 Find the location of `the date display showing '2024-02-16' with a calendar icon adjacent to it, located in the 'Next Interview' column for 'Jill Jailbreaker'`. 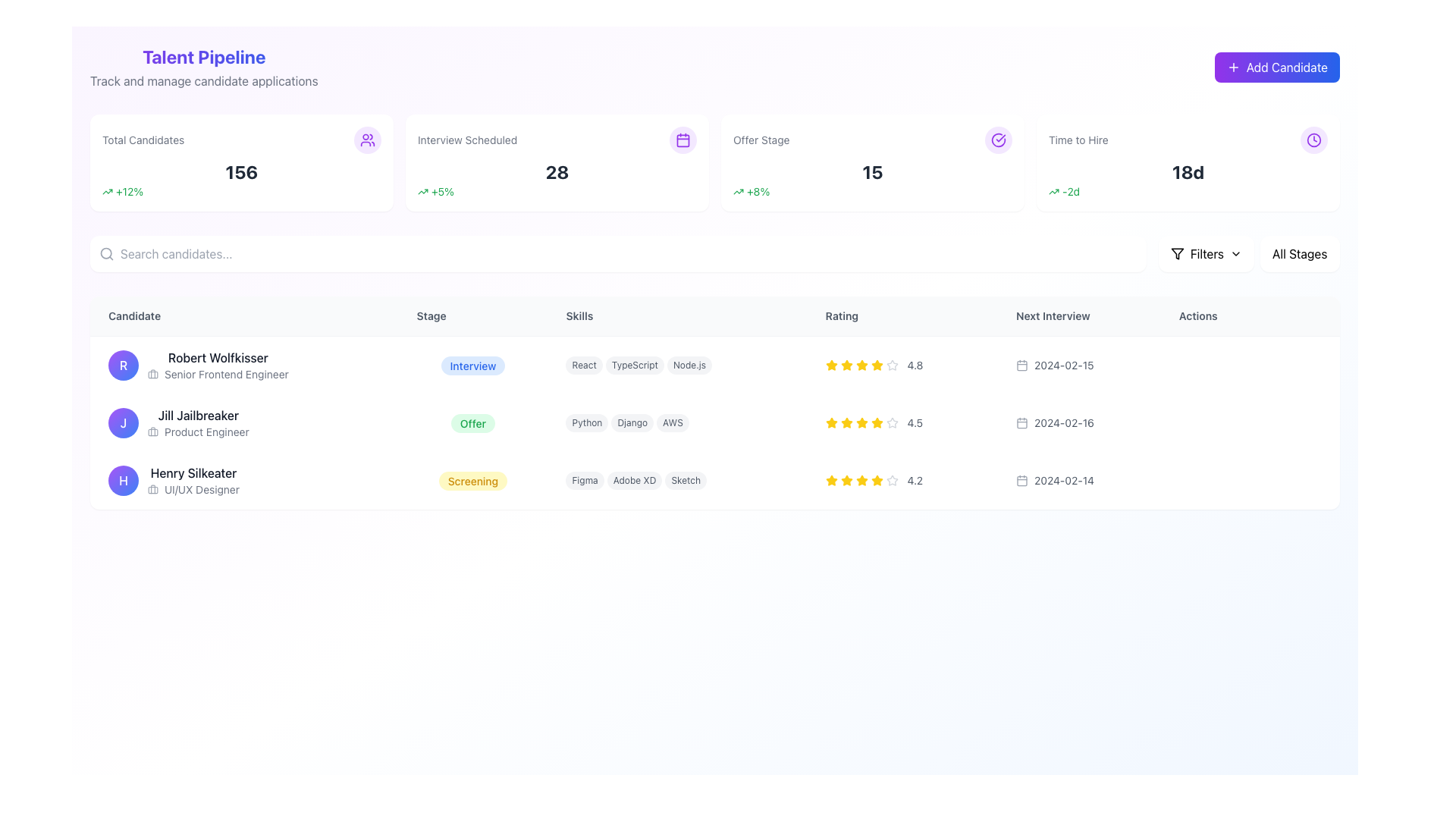

the date display showing '2024-02-16' with a calendar icon adjacent to it, located in the 'Next Interview' column for 'Jill Jailbreaker' is located at coordinates (1078, 423).